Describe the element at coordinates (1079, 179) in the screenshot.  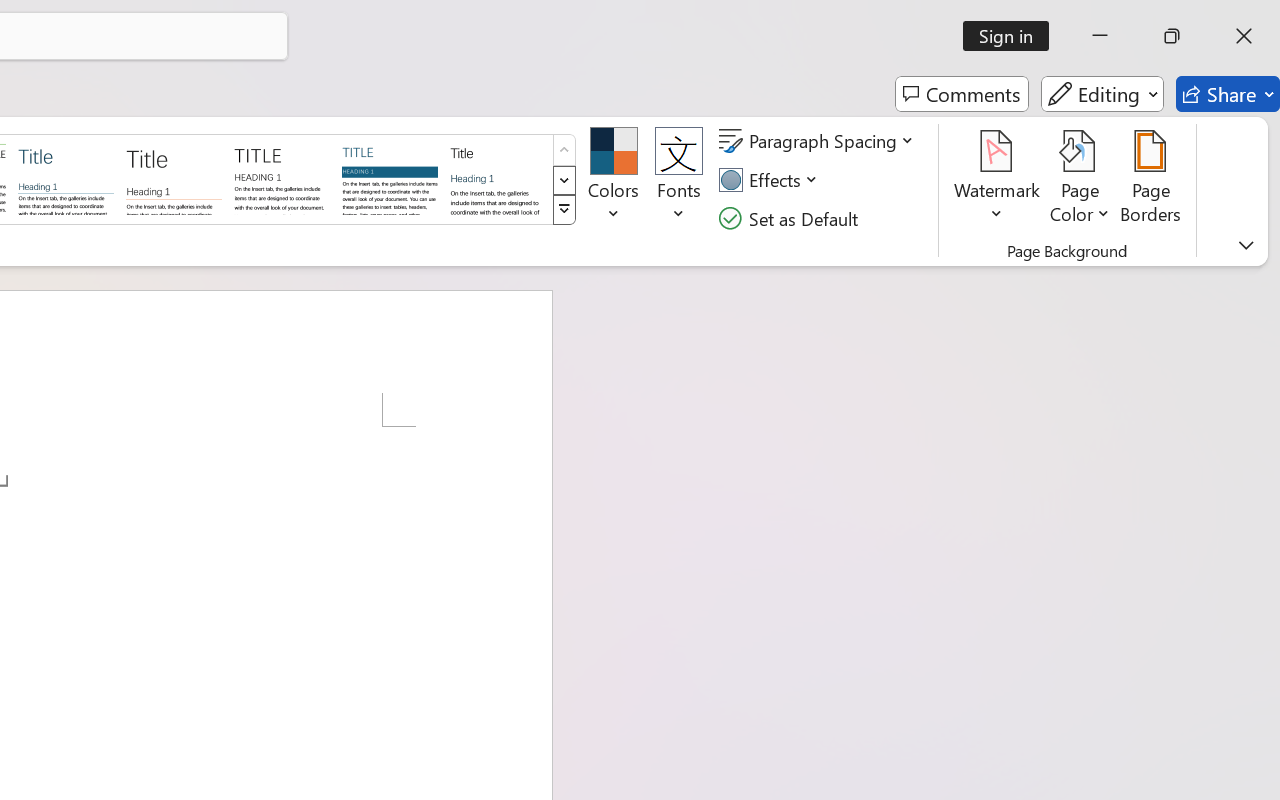
I see `'Page Color'` at that location.